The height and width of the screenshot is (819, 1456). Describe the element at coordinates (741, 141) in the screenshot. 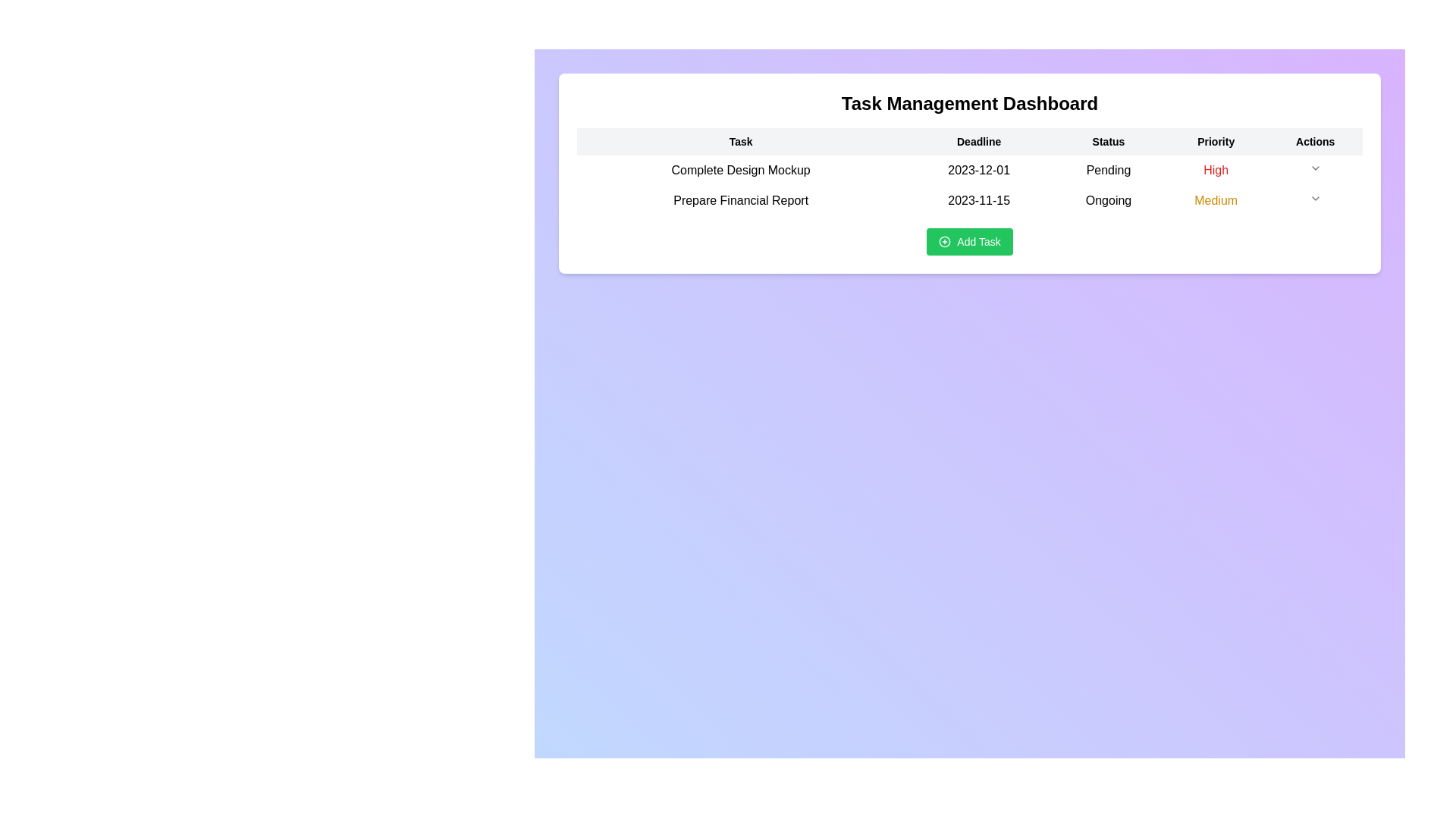

I see `the 'Task' header text element, which is the leftmost title in the header row of a table, displayed in bold black font against a light gray background` at that location.